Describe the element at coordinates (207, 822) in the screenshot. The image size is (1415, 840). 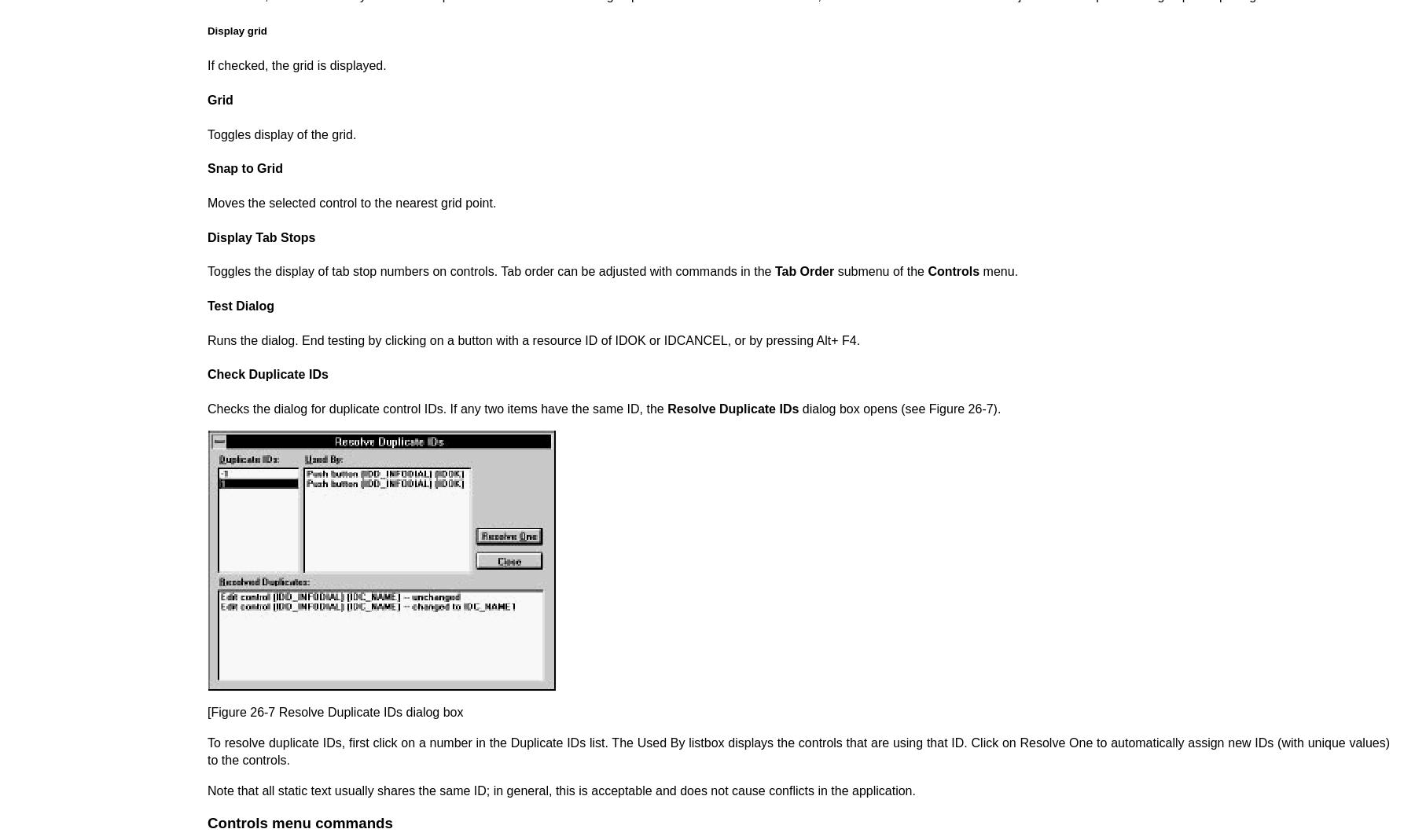
I see `'Controls menu commands'` at that location.